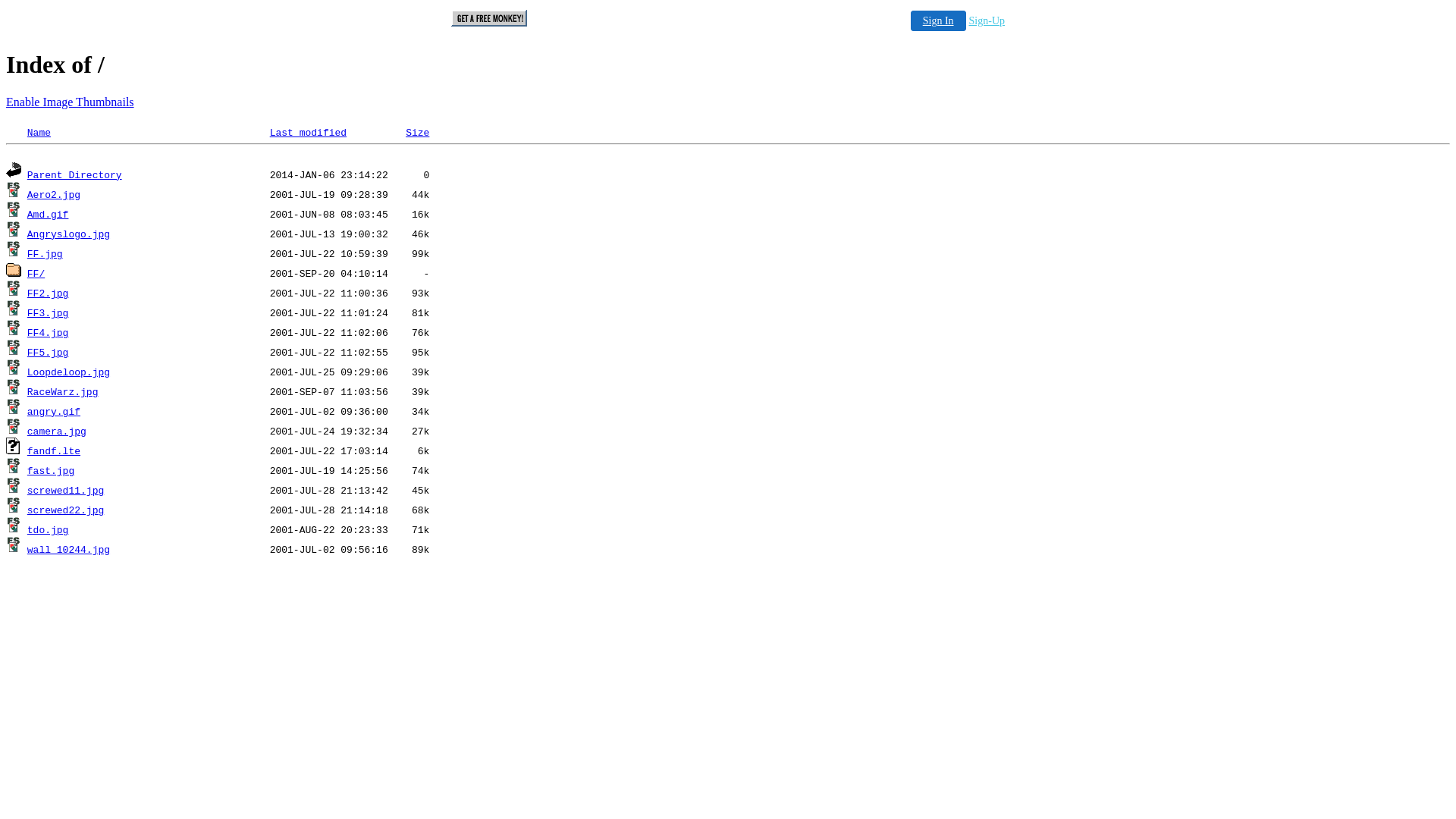 The width and height of the screenshot is (1456, 819). Describe the element at coordinates (36, 274) in the screenshot. I see `'FF/'` at that location.